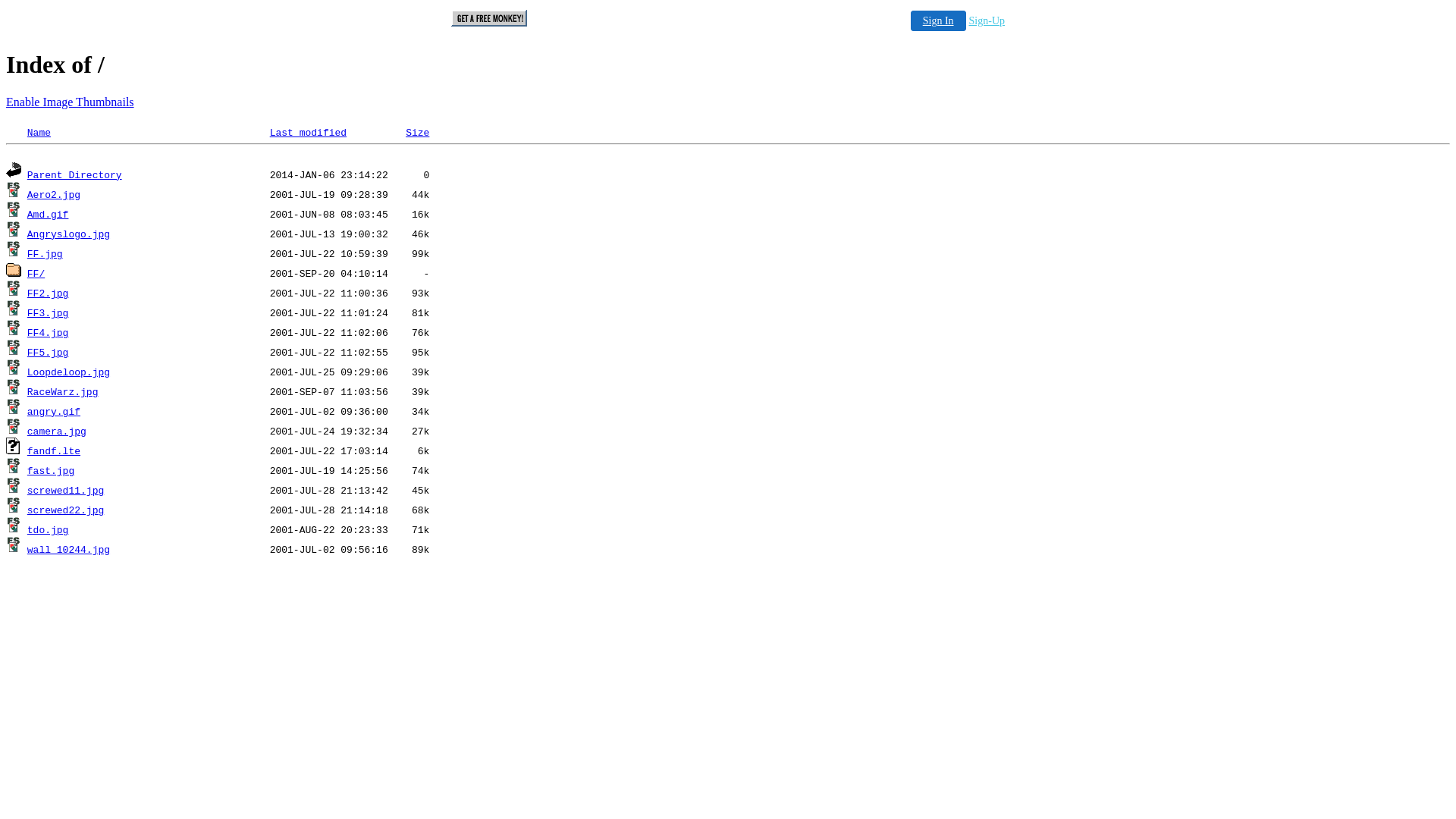 The width and height of the screenshot is (1456, 819). Describe the element at coordinates (36, 274) in the screenshot. I see `'FF/'` at that location.